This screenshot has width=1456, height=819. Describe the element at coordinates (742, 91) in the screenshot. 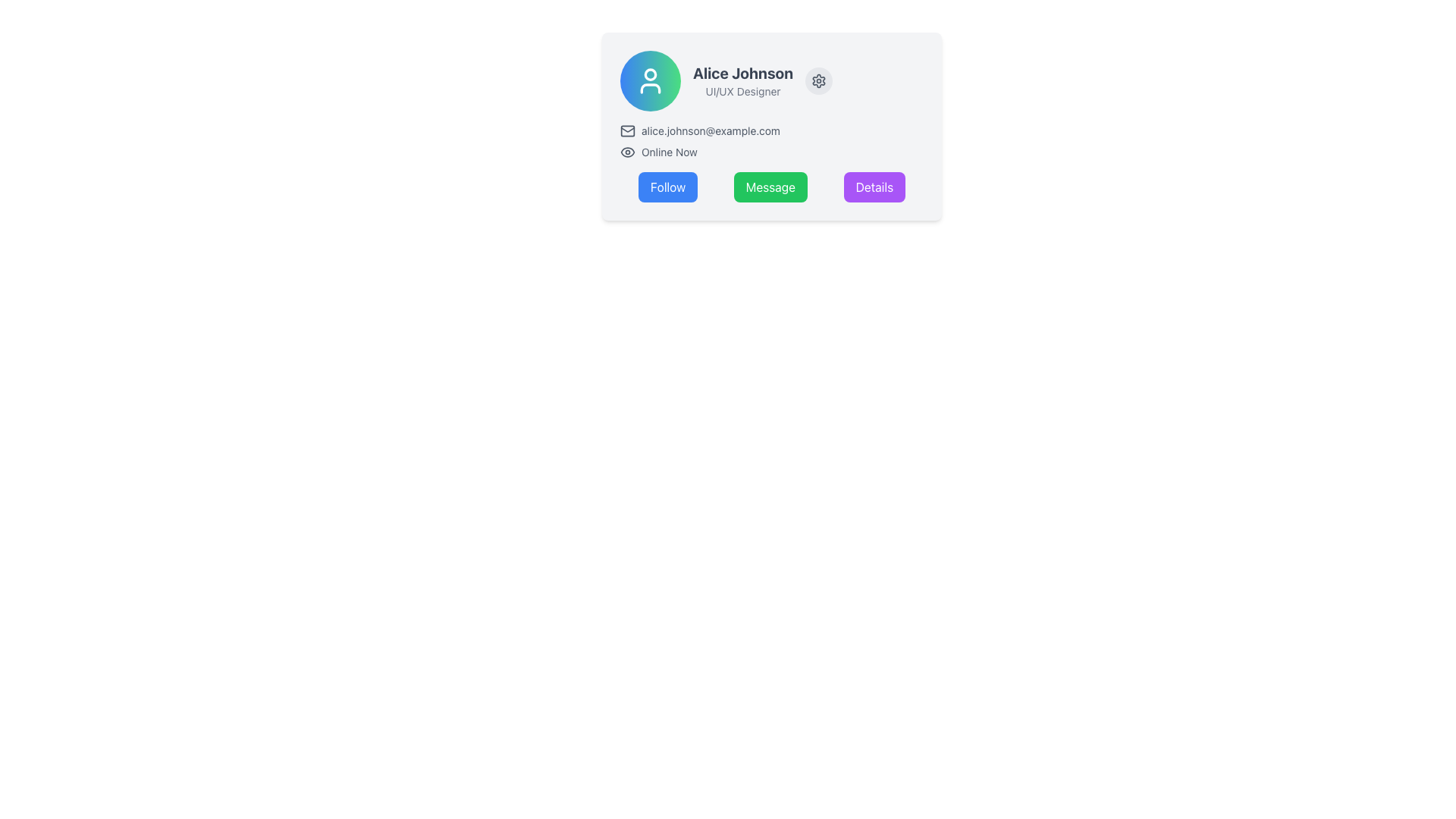

I see `the static text label indicating 'UI/UX Designer', which is located below the title 'Alice Johnson' in the profile card layout` at that location.